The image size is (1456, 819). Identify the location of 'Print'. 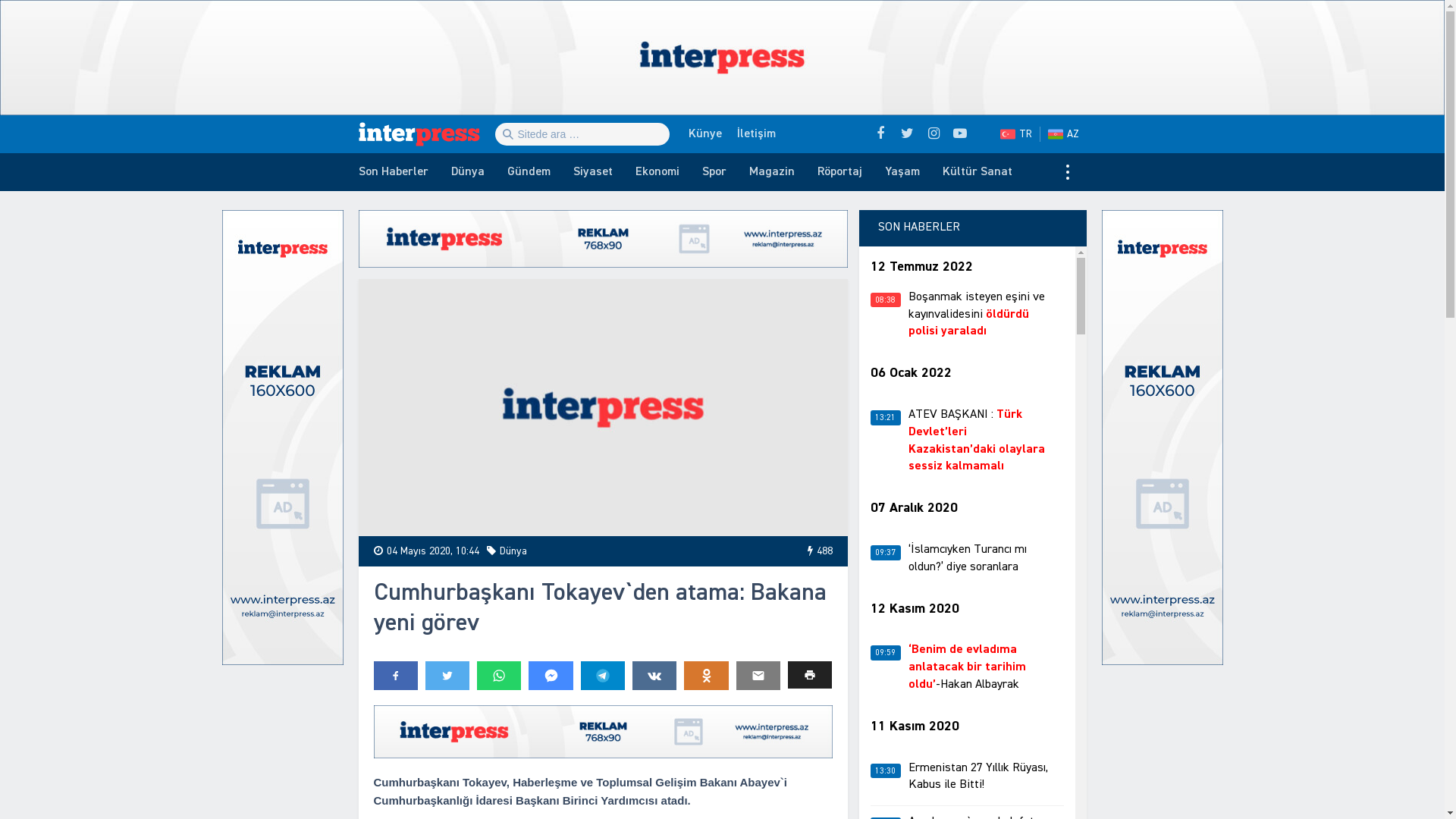
(809, 674).